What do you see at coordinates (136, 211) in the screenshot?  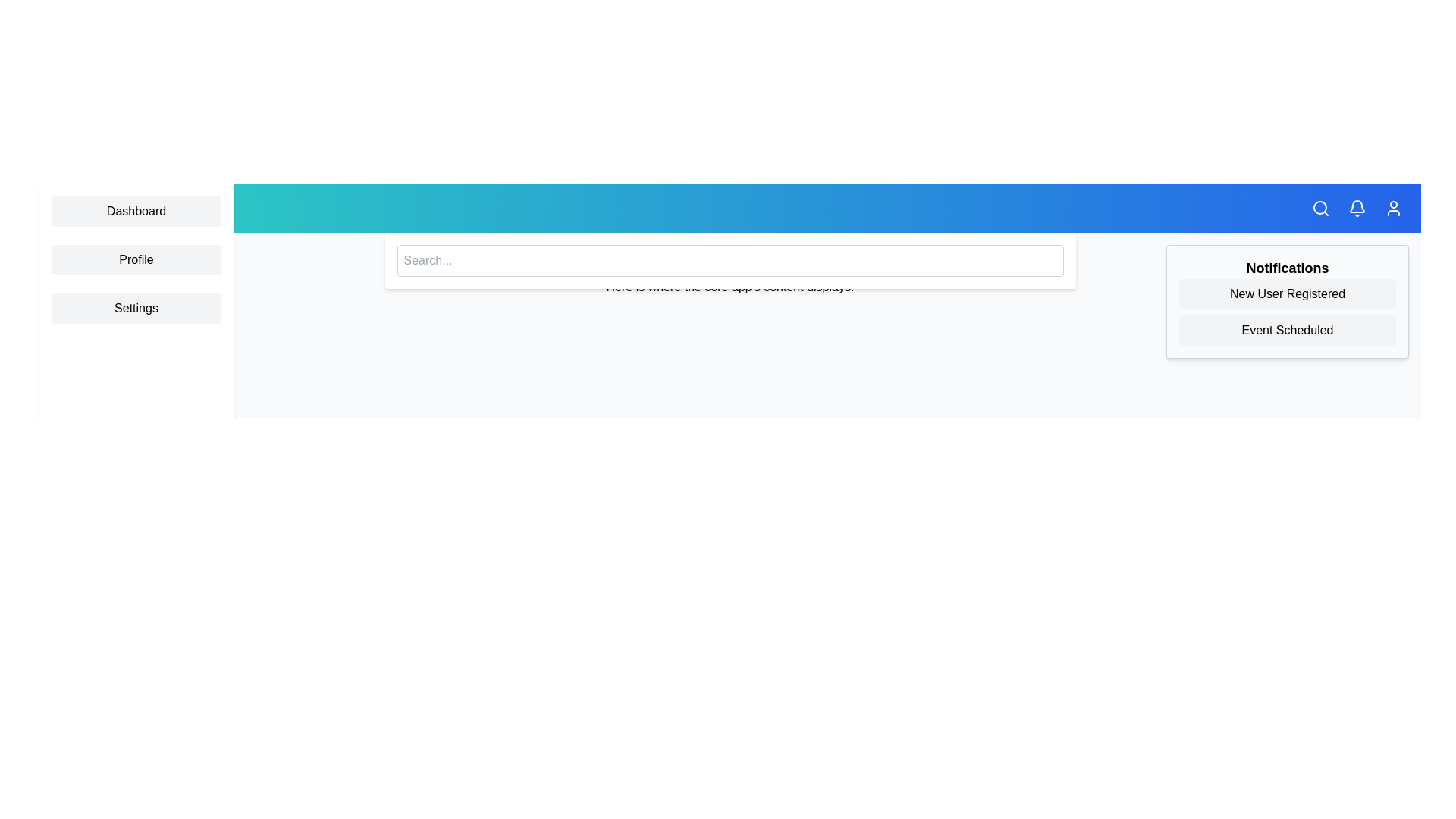 I see `the 'Dashboard' button, which is a rectangular button with rounded corners located in the sidebar section` at bounding box center [136, 211].